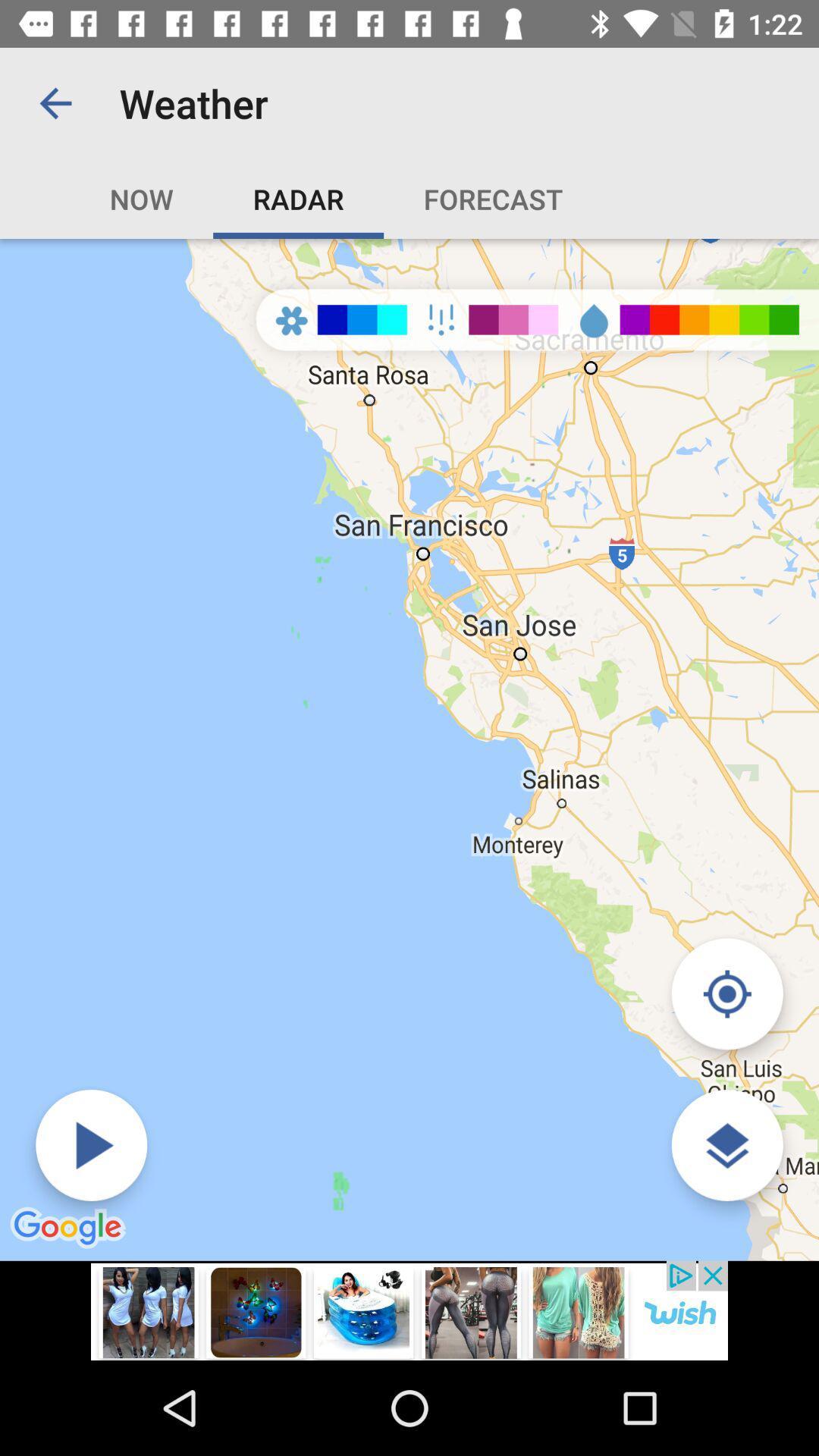  Describe the element at coordinates (726, 993) in the screenshot. I see `the location_crosshair icon` at that location.